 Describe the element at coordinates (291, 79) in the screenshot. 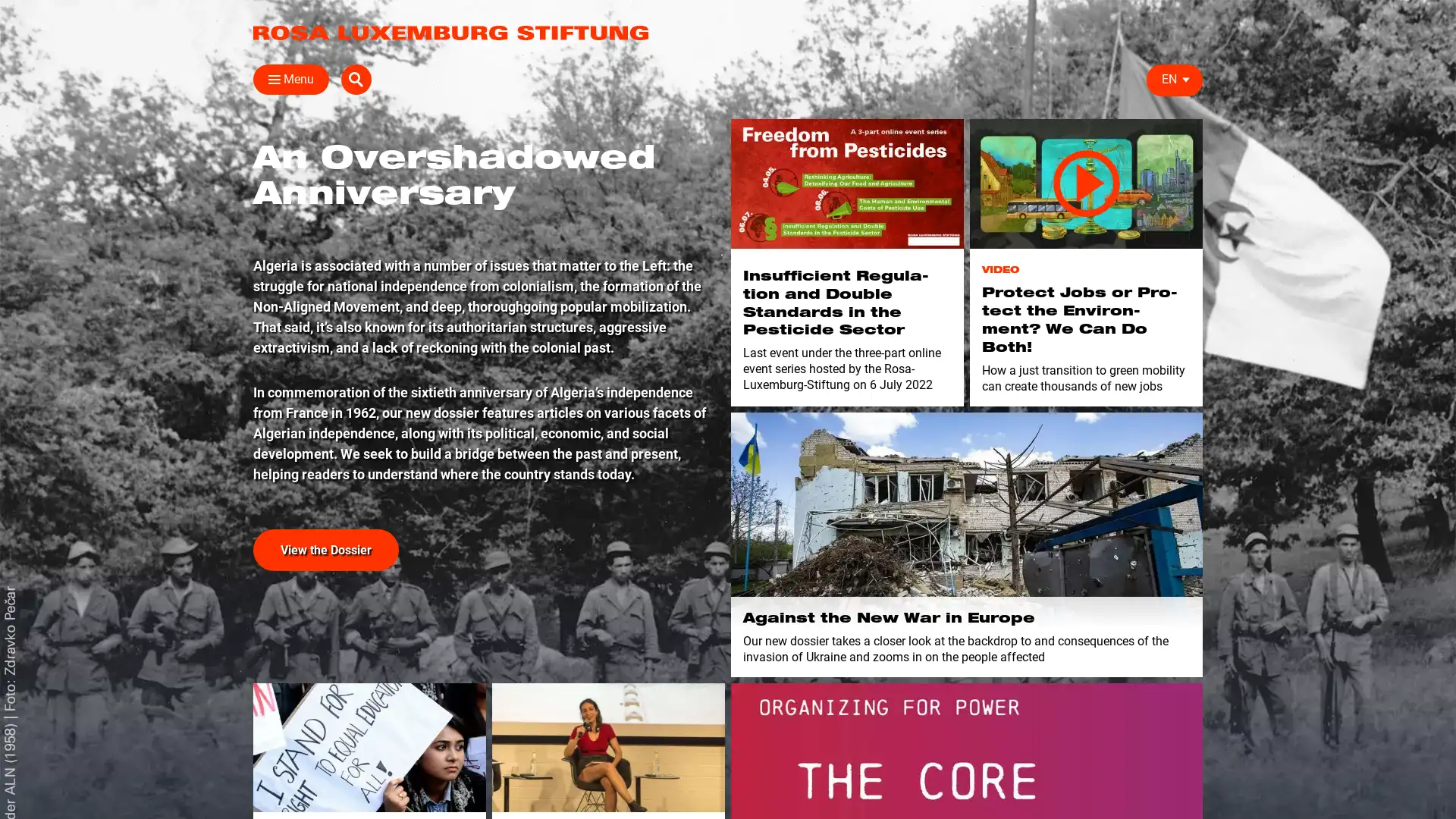

I see `Menu` at that location.